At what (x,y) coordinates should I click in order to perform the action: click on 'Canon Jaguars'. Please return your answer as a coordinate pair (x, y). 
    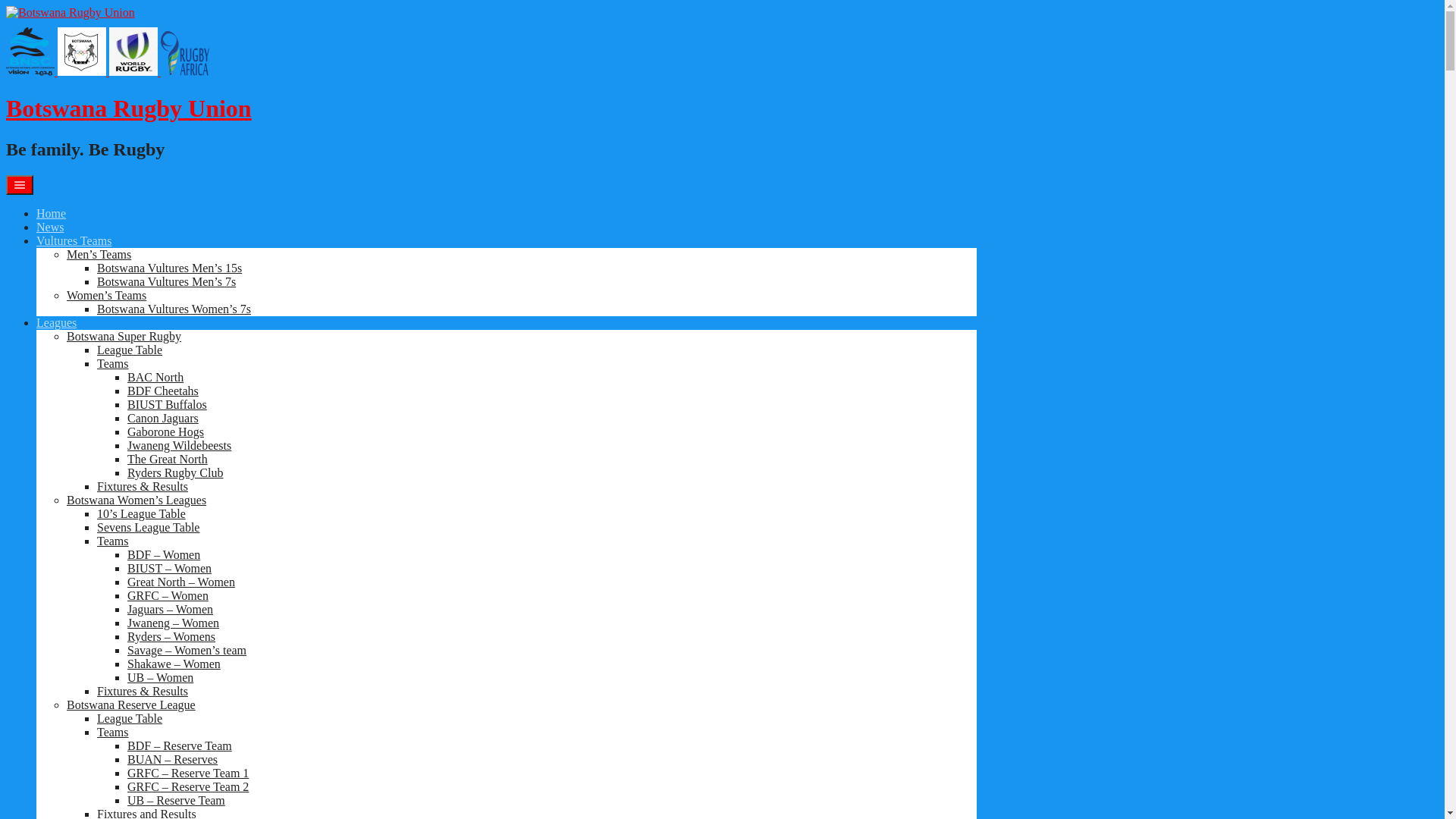
    Looking at the image, I should click on (127, 418).